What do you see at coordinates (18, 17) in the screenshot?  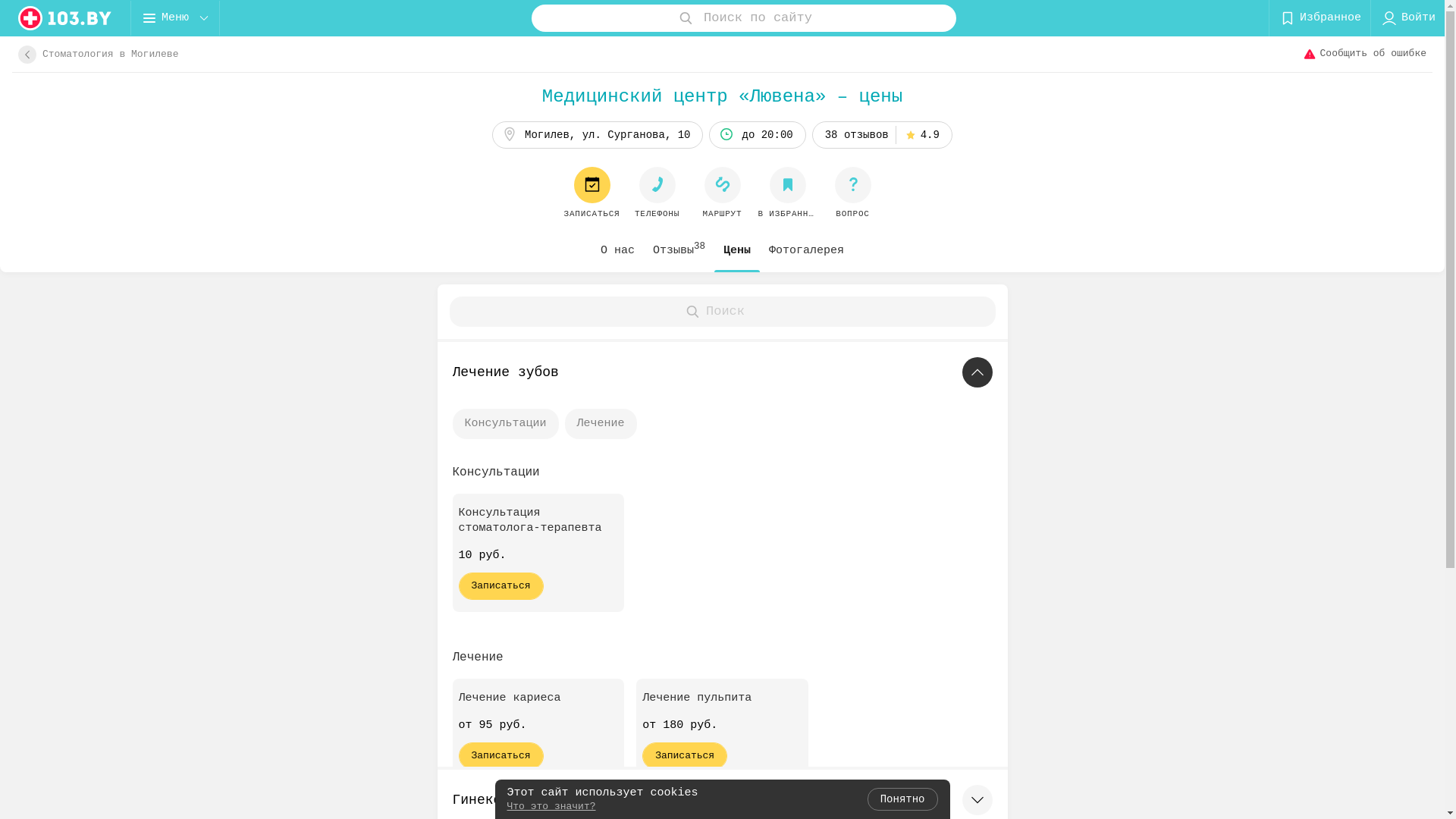 I see `'logo'` at bounding box center [18, 17].